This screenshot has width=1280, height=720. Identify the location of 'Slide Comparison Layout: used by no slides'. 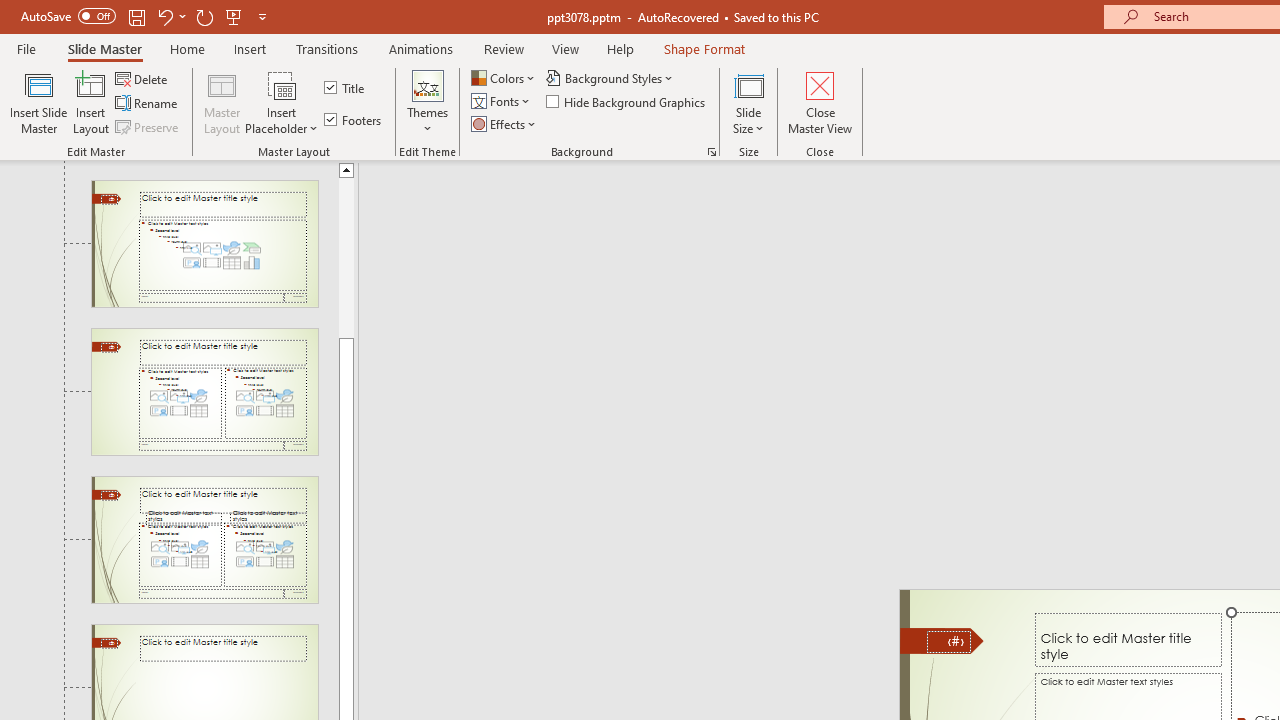
(204, 540).